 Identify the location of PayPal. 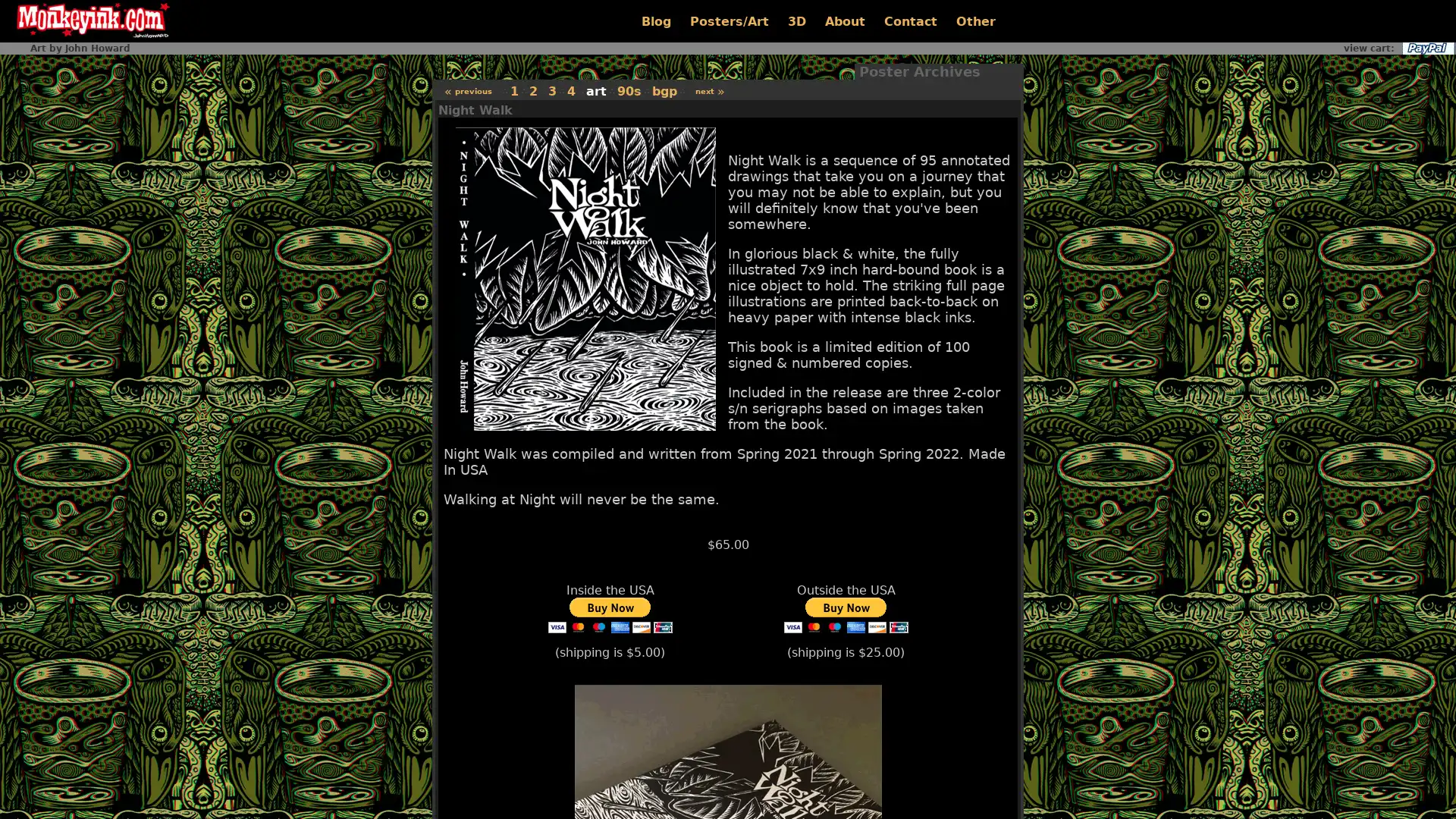
(1426, 48).